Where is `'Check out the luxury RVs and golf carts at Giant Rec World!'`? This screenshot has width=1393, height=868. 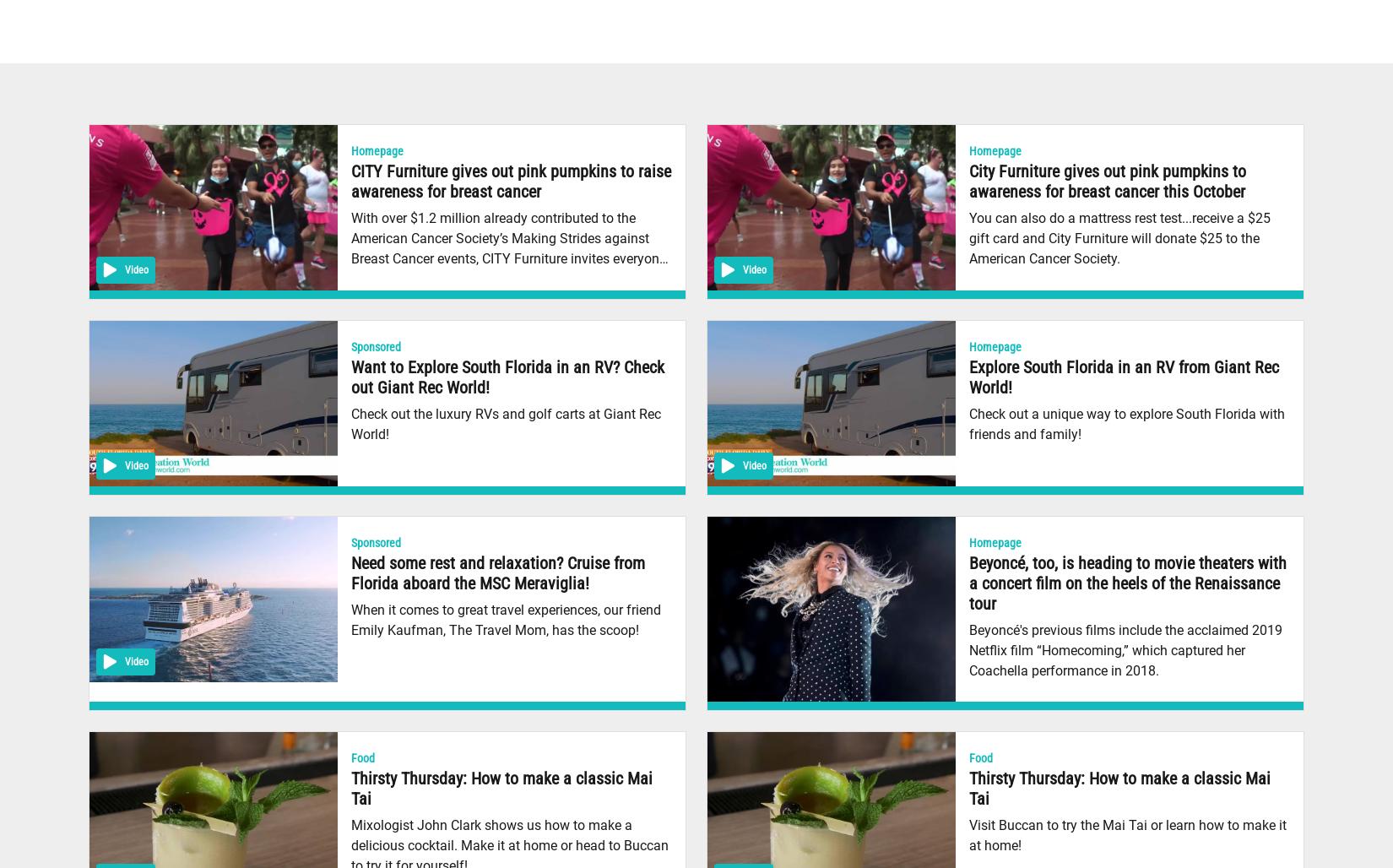
'Check out the luxury RVs and golf carts at Giant Rec World!' is located at coordinates (505, 422).